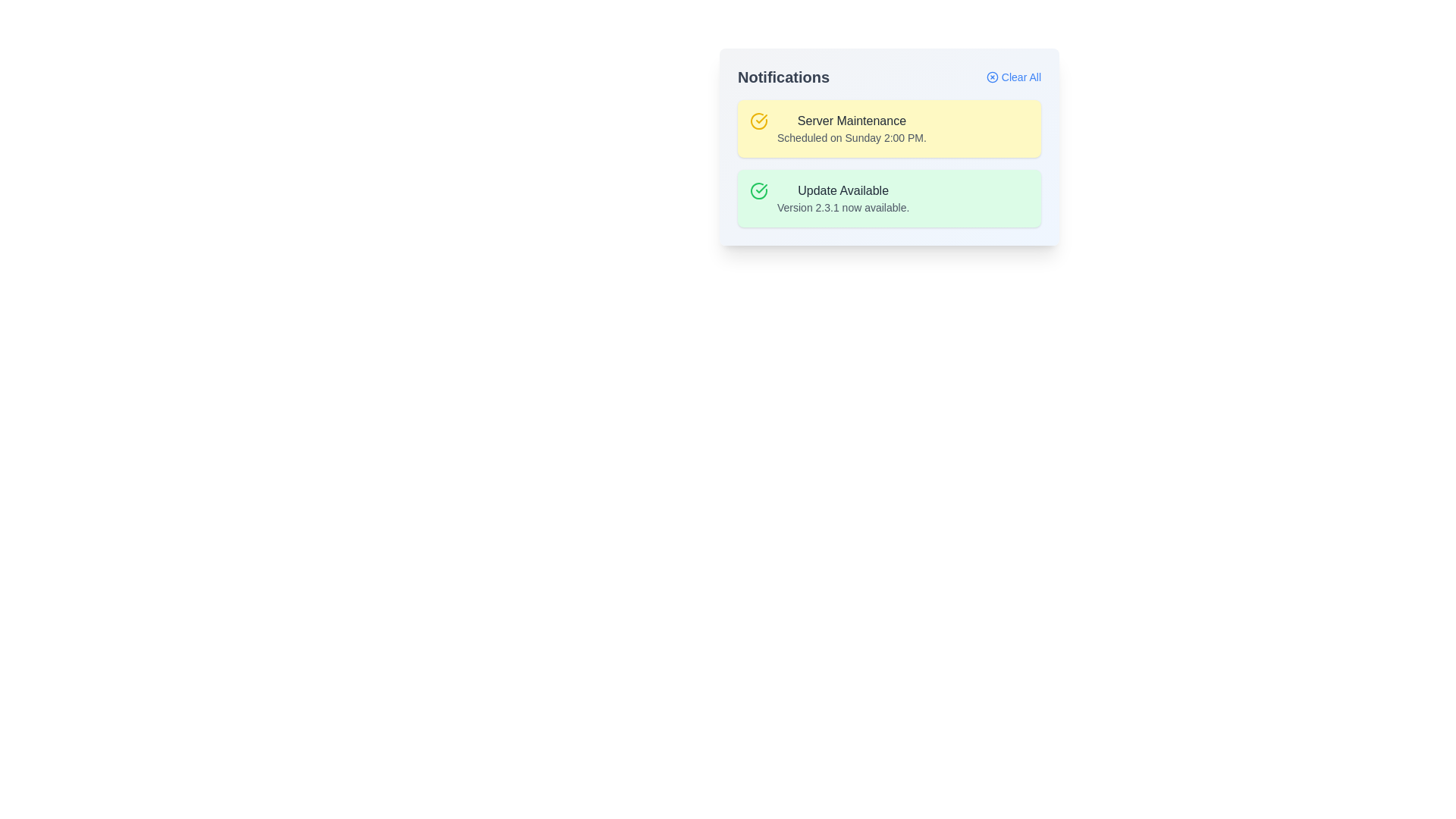  I want to click on the text block containing the heading 'Server Maintenance' with a pale yellow background located in the notification center, so click(852, 127).